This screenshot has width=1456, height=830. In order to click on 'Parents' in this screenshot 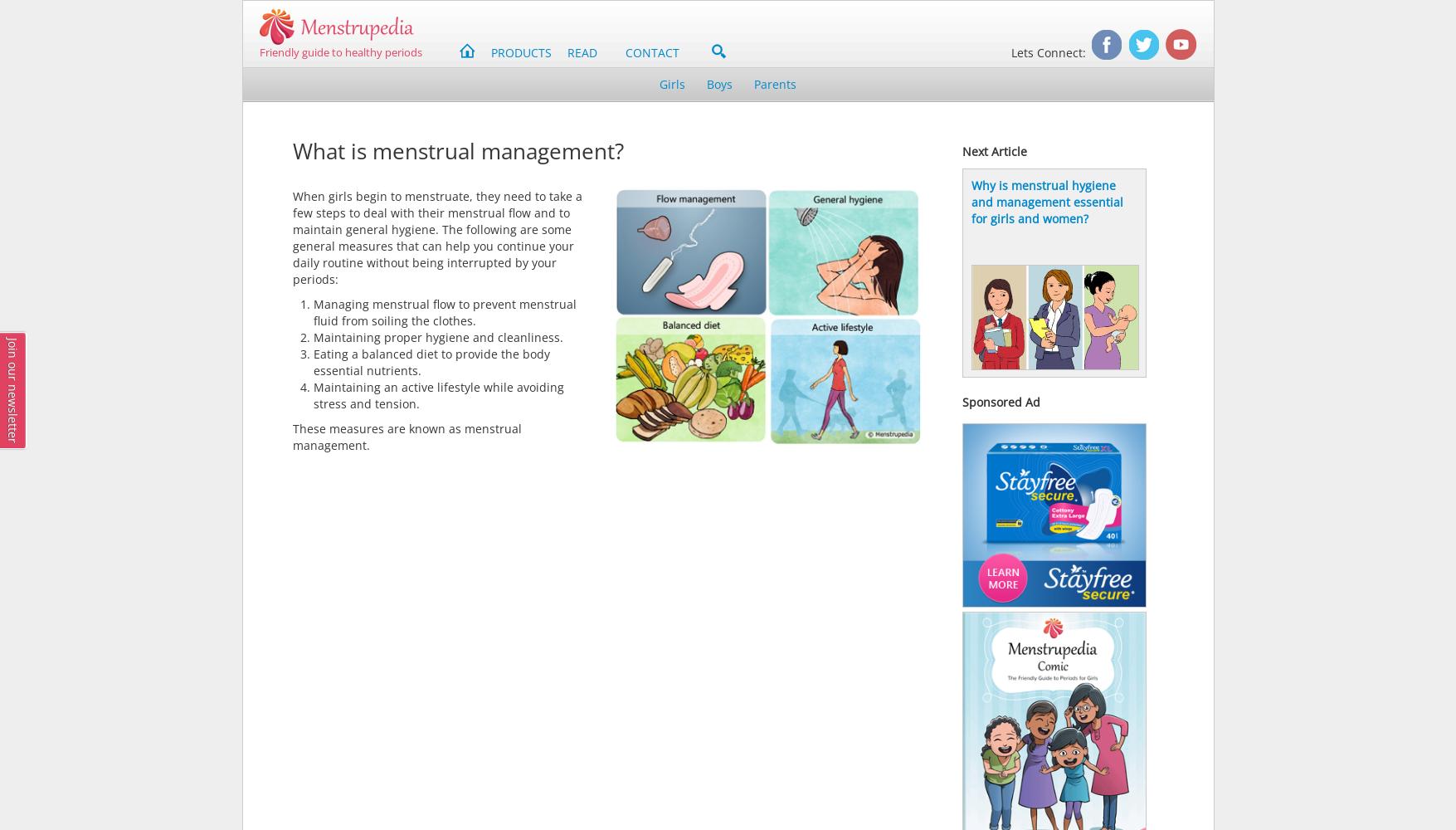, I will do `click(774, 83)`.